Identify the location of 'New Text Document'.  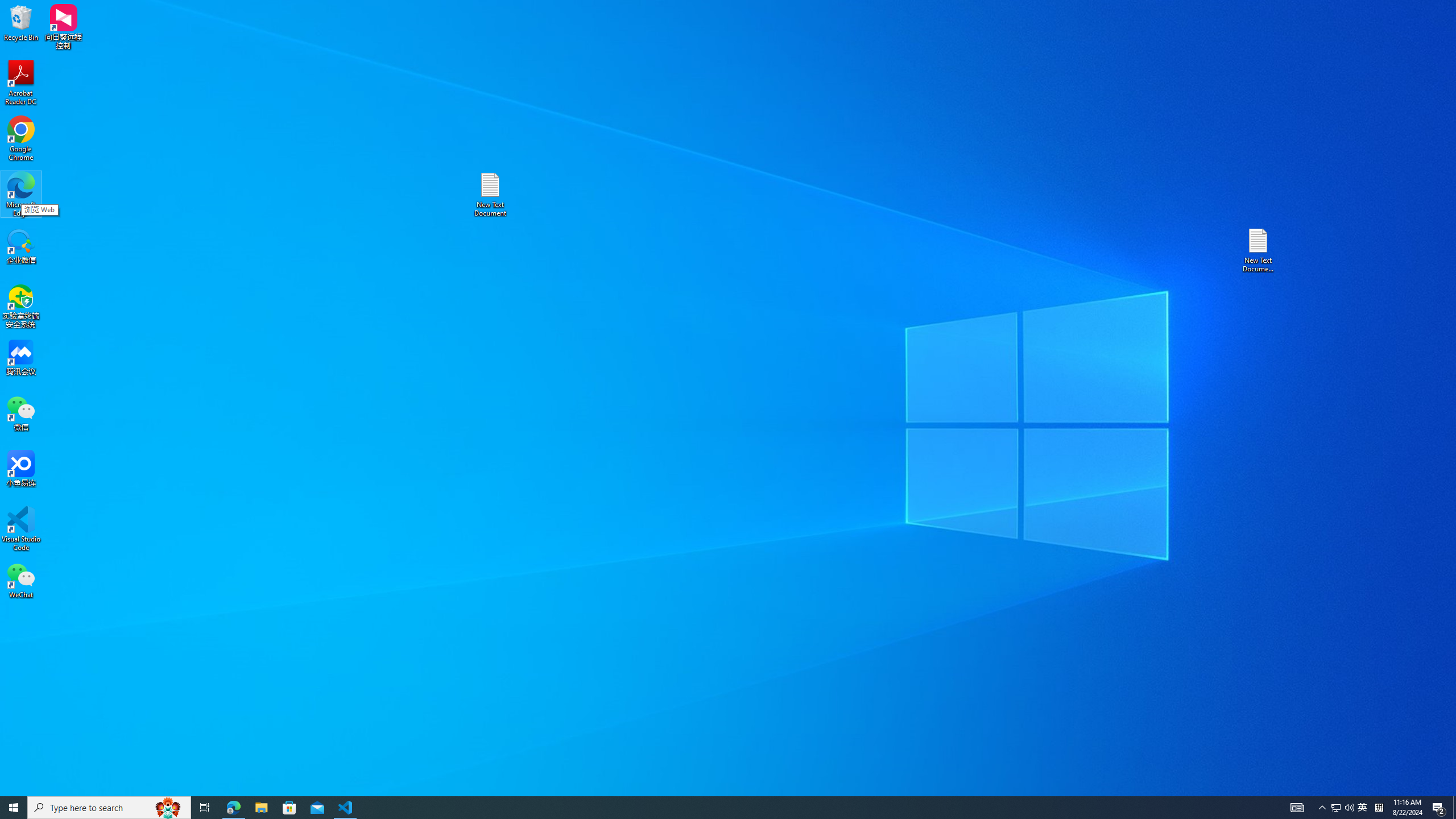
(489, 194).